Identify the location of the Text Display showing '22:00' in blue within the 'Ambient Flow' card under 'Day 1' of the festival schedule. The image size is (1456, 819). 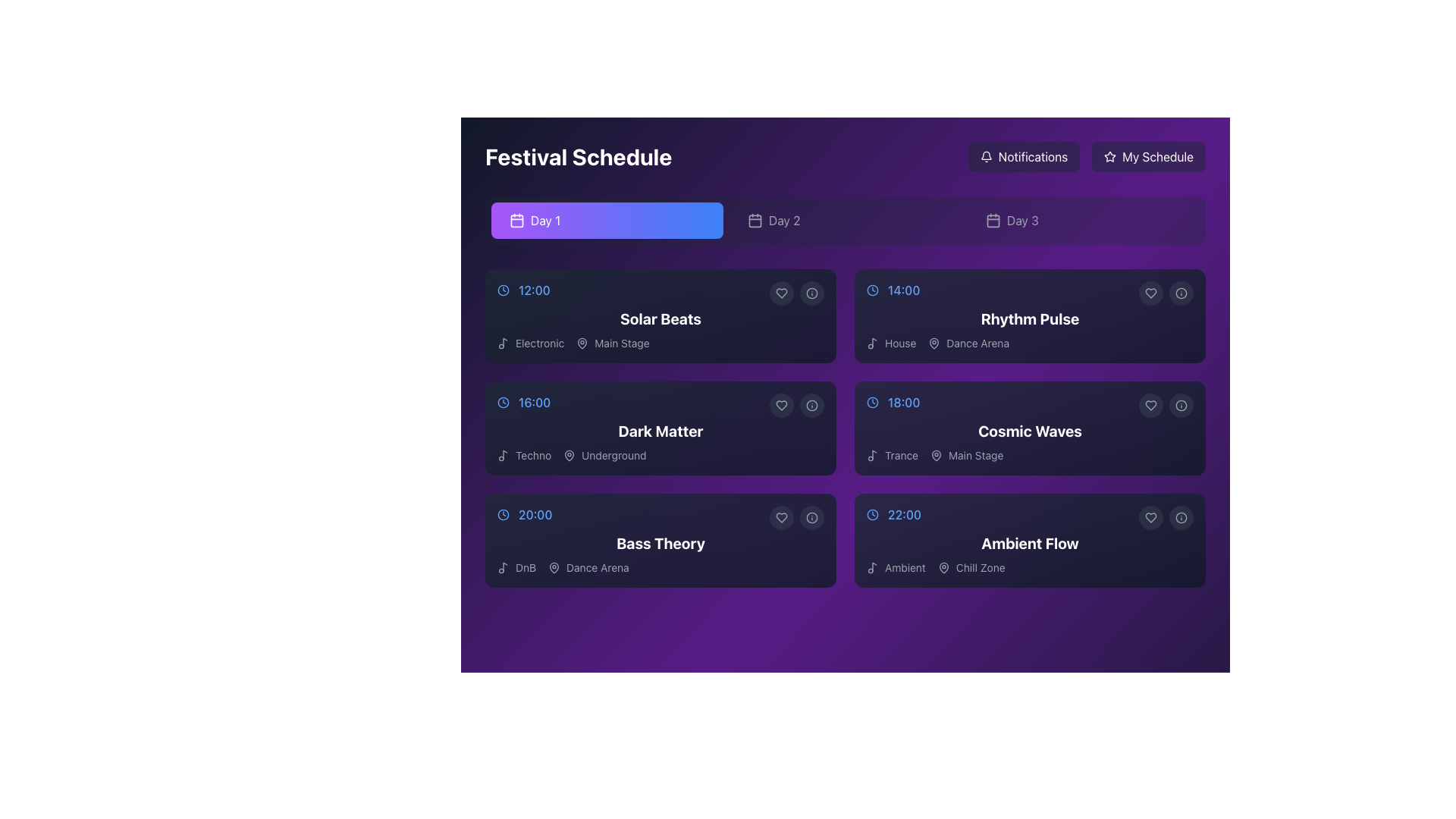
(904, 513).